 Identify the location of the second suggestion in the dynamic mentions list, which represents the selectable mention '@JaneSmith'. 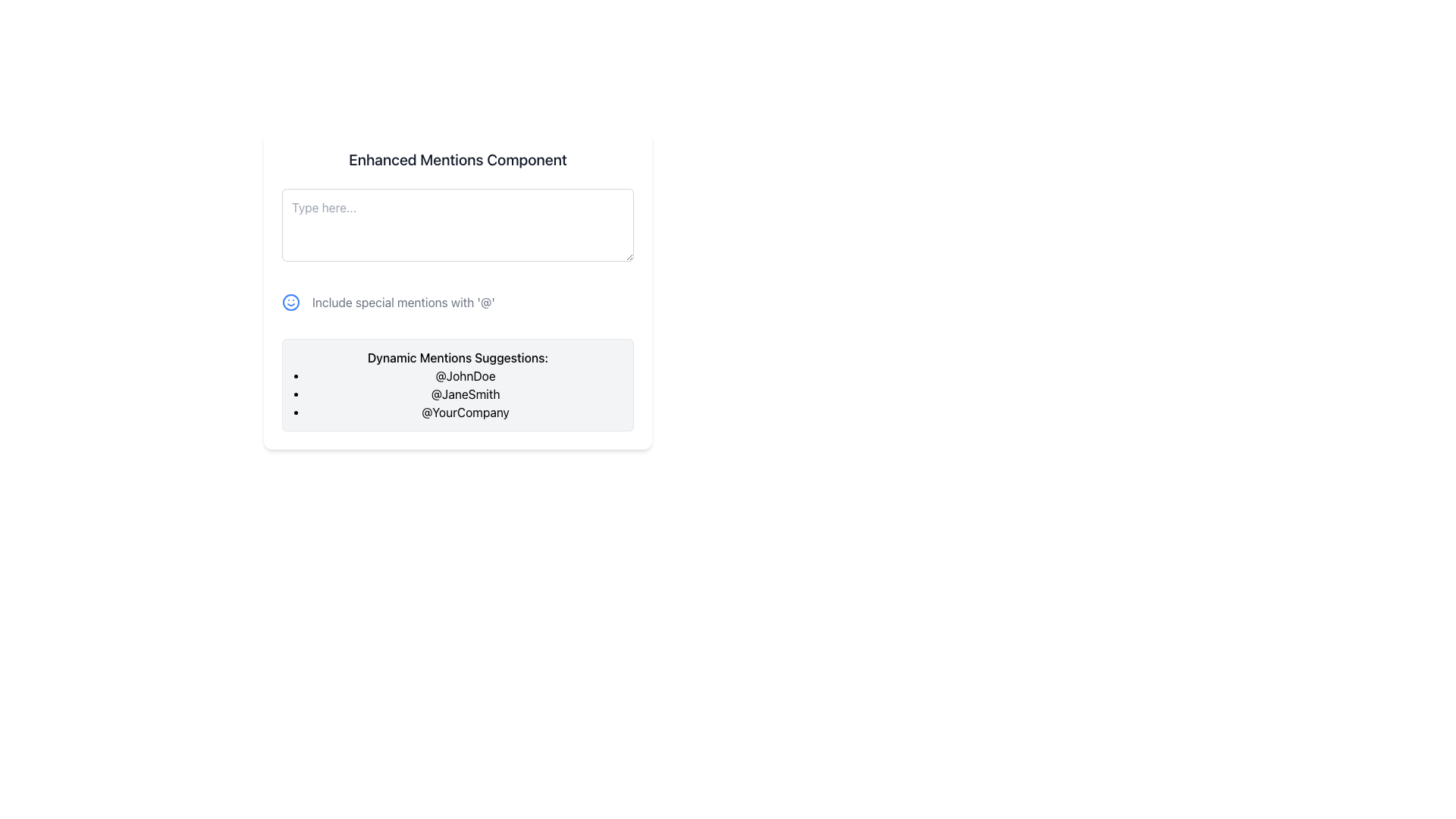
(465, 394).